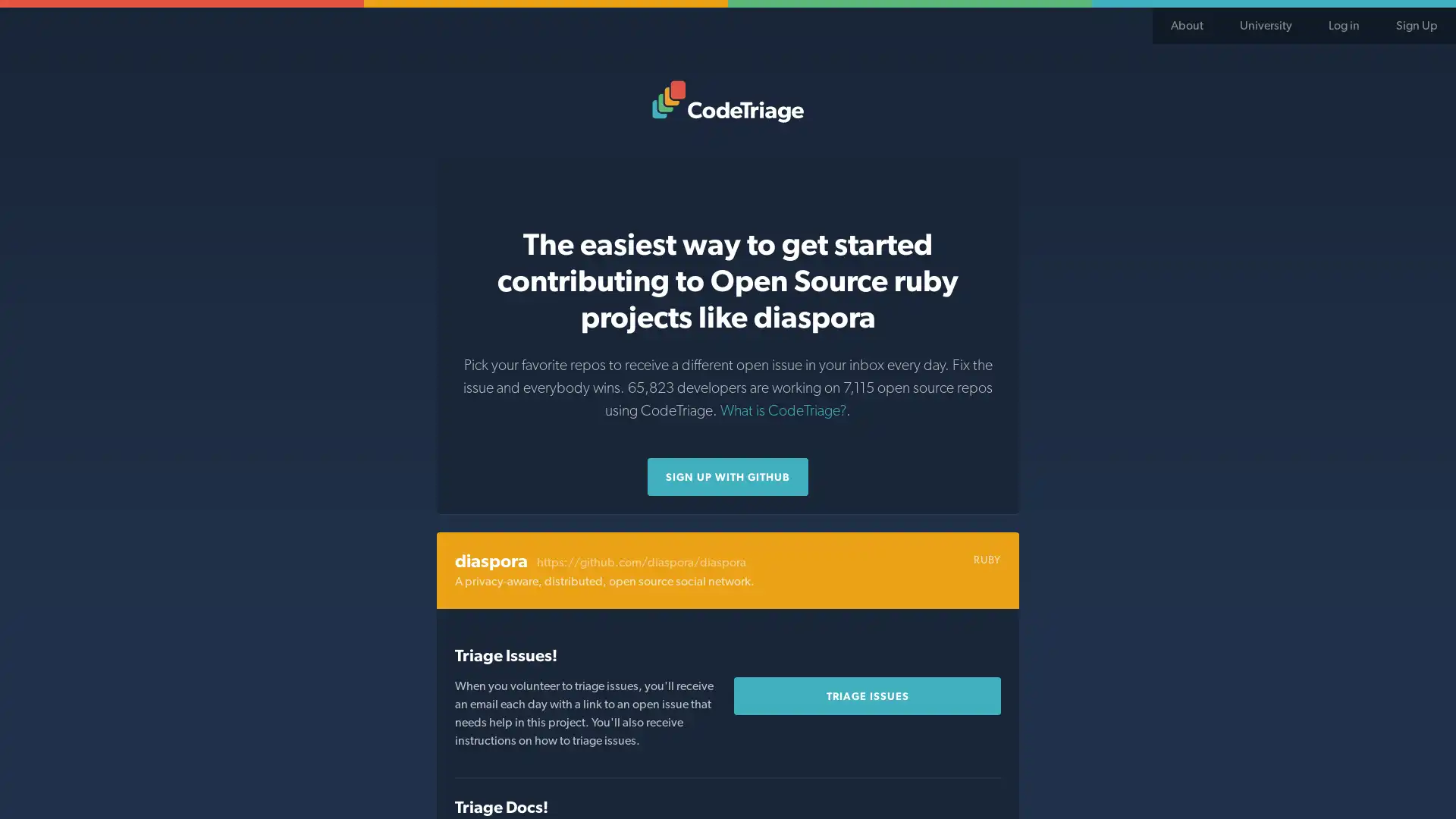  What do you see at coordinates (867, 696) in the screenshot?
I see `Triage Issues` at bounding box center [867, 696].